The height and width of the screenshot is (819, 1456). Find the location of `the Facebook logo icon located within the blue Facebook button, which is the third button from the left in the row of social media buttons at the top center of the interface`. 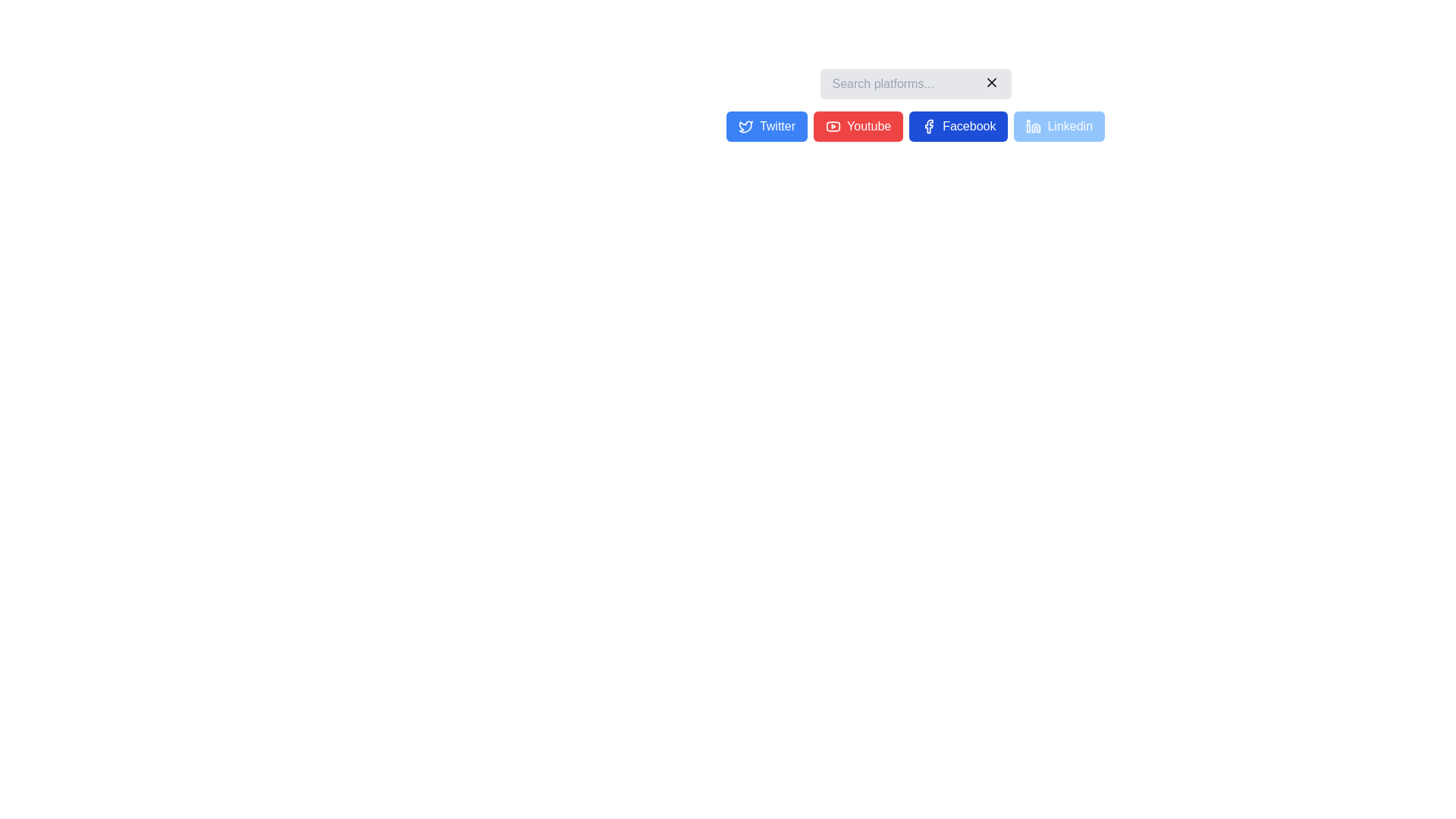

the Facebook logo icon located within the blue Facebook button, which is the third button from the left in the row of social media buttons at the top center of the interface is located at coordinates (928, 125).